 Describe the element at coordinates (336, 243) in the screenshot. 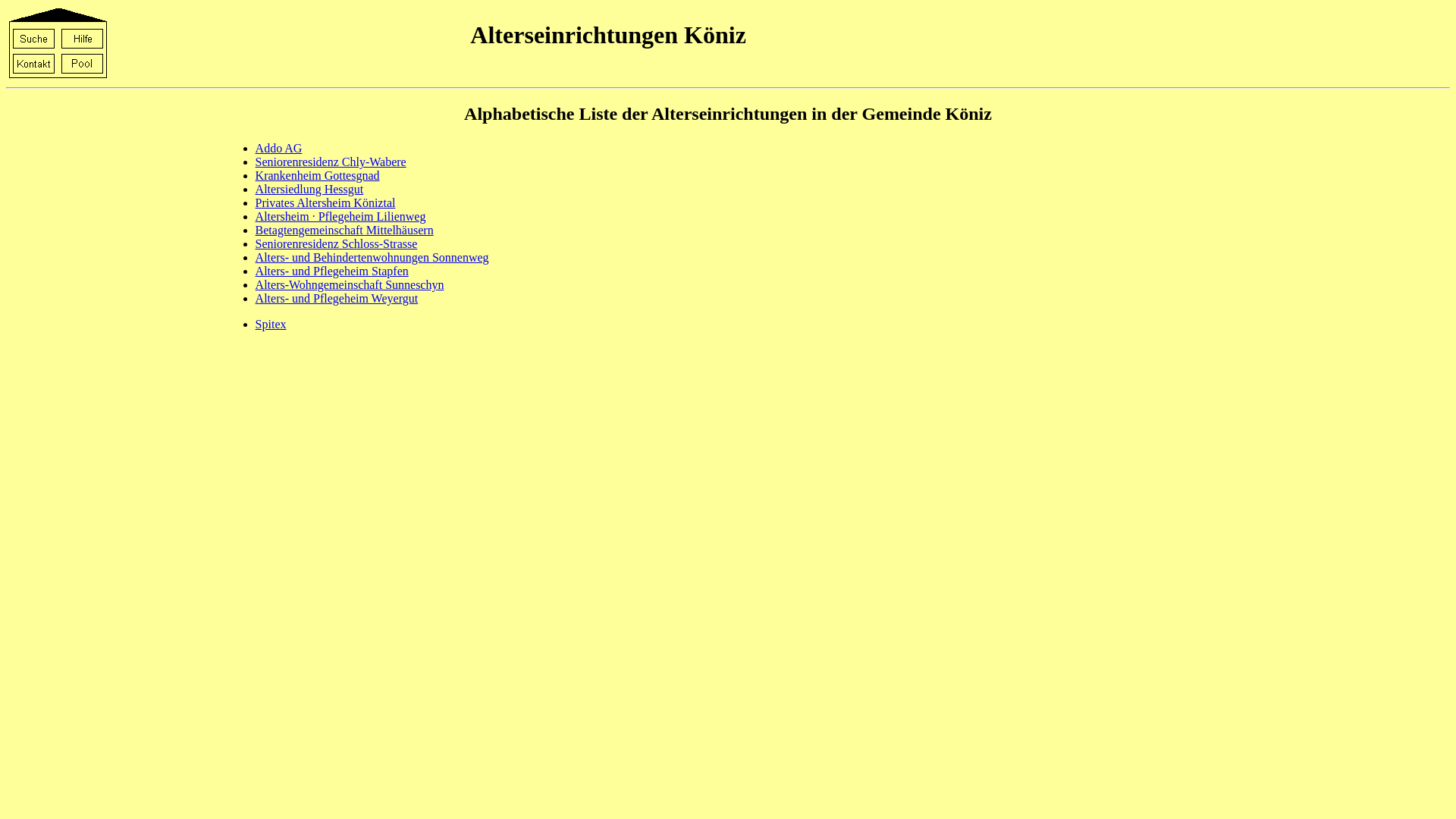

I see `'Seniorenresidenz Schloss-Strasse'` at that location.